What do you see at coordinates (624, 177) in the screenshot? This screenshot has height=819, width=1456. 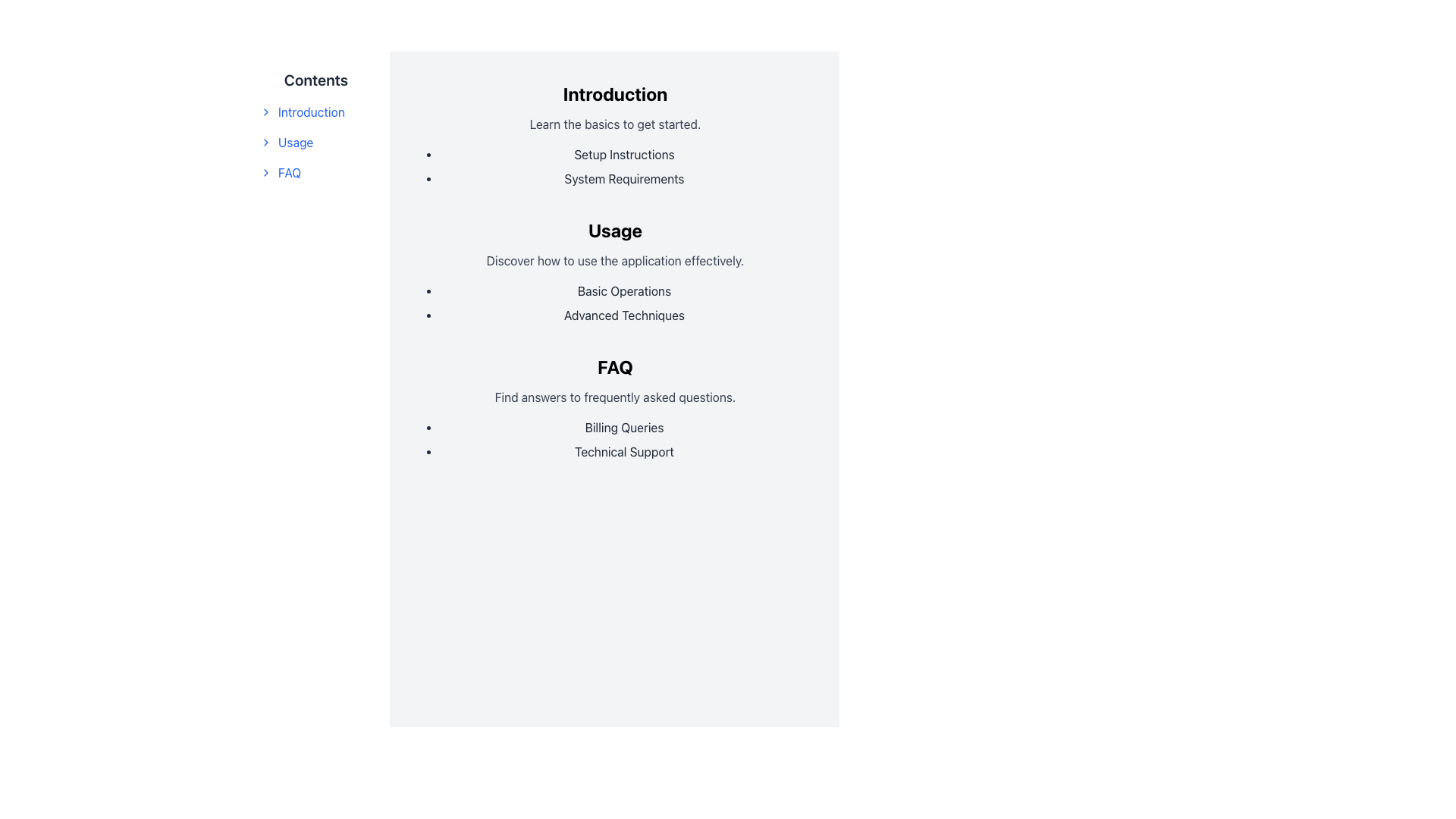 I see `the second item in the indented bulleted list under the heading 'Introduction', which is a Text Label that provides a header or title for content related to system requirements` at bounding box center [624, 177].